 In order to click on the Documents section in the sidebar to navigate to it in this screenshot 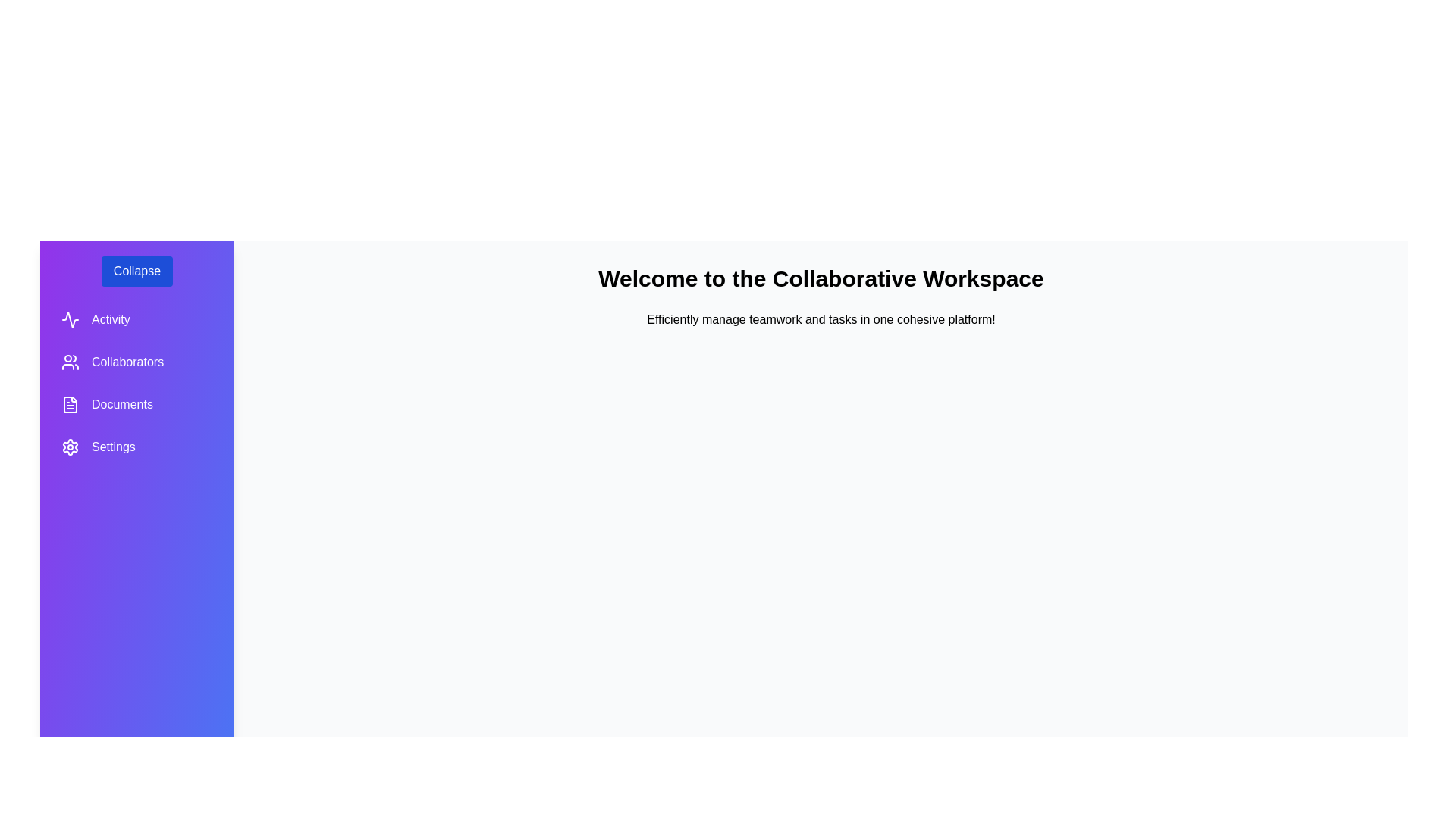, I will do `click(137, 403)`.